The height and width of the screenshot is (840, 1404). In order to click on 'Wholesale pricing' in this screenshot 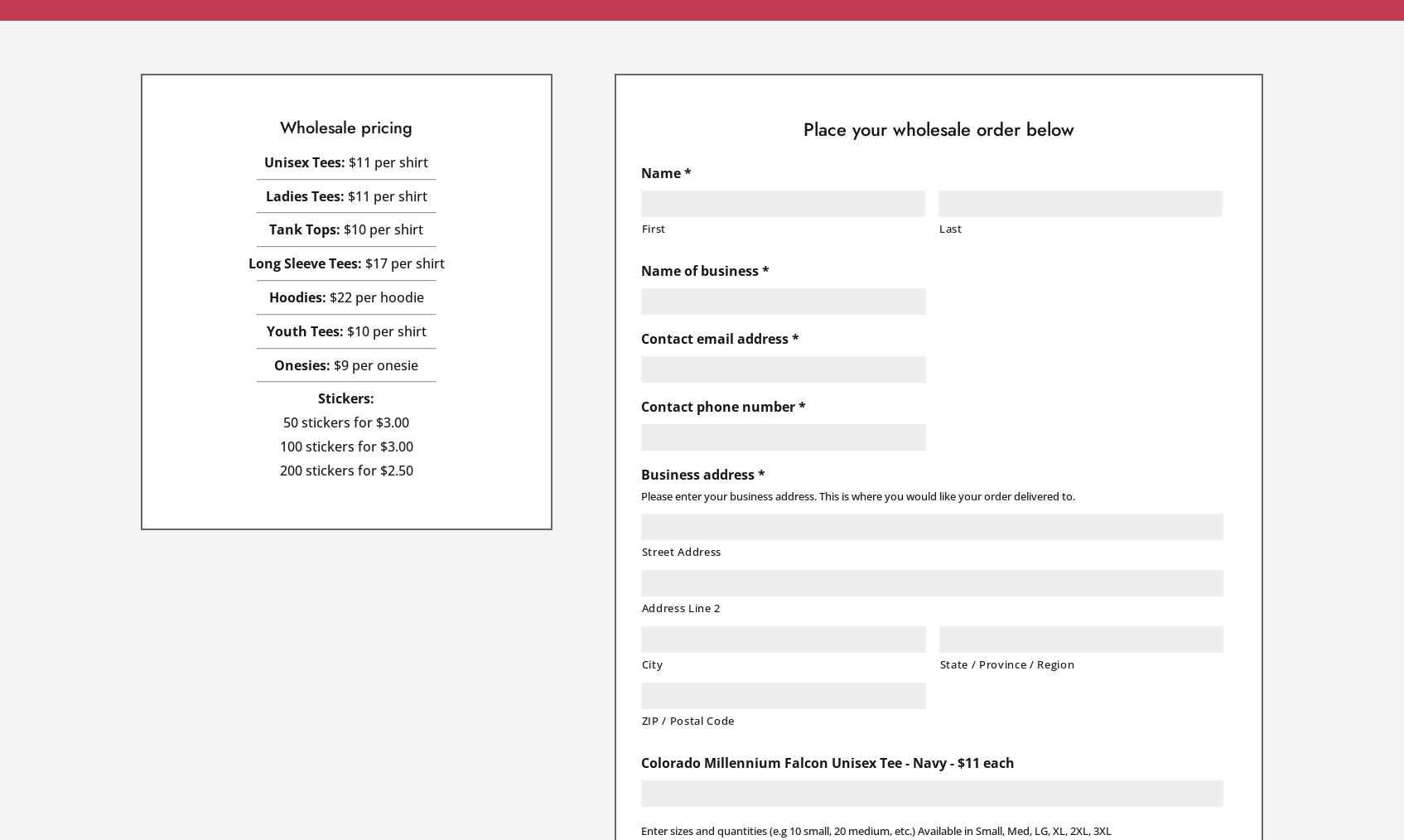, I will do `click(278, 127)`.